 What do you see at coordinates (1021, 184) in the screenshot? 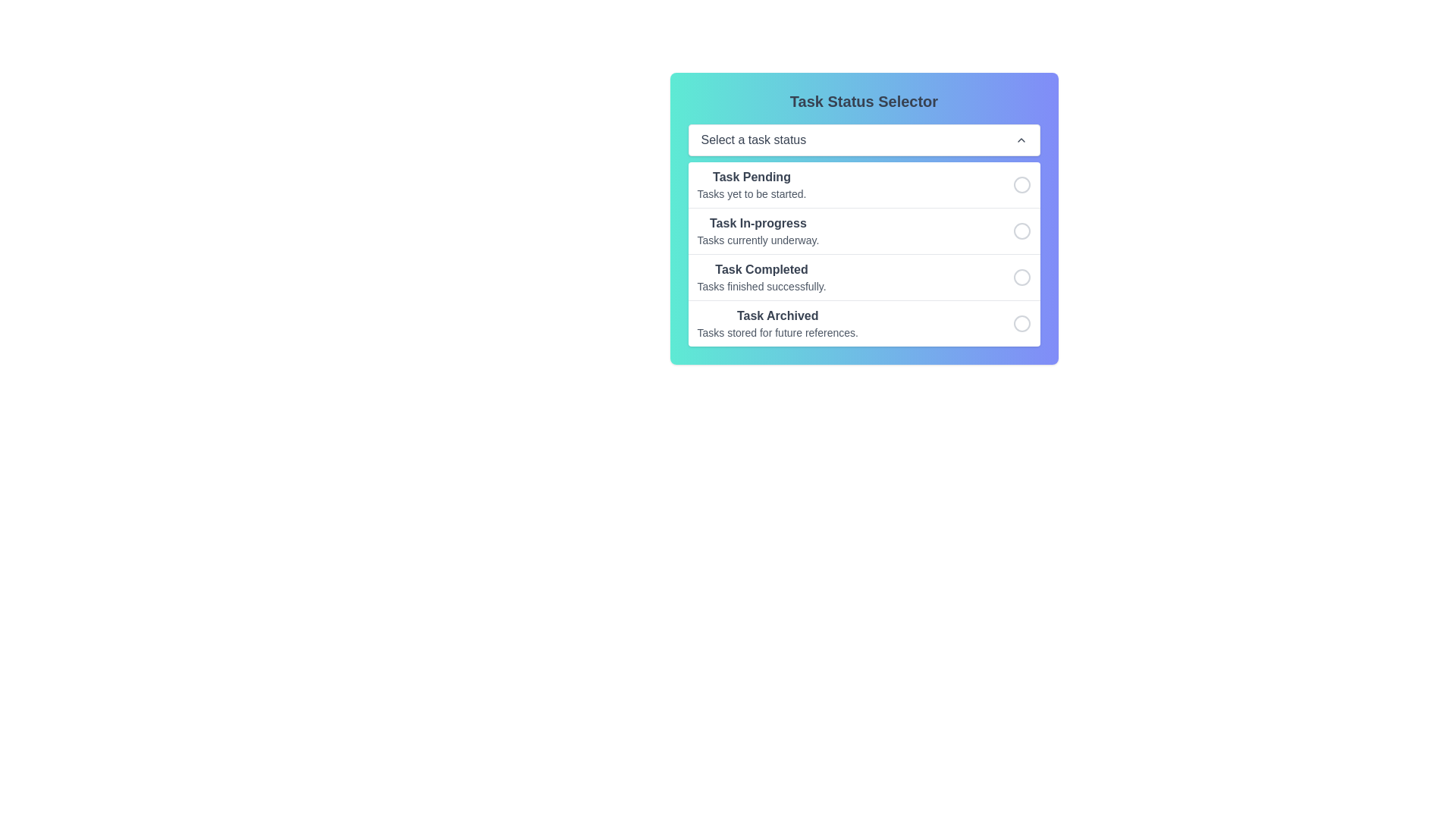
I see `the radio button associated with the 'Task Pending' option in the 'Task Status Selector' modal` at bounding box center [1021, 184].